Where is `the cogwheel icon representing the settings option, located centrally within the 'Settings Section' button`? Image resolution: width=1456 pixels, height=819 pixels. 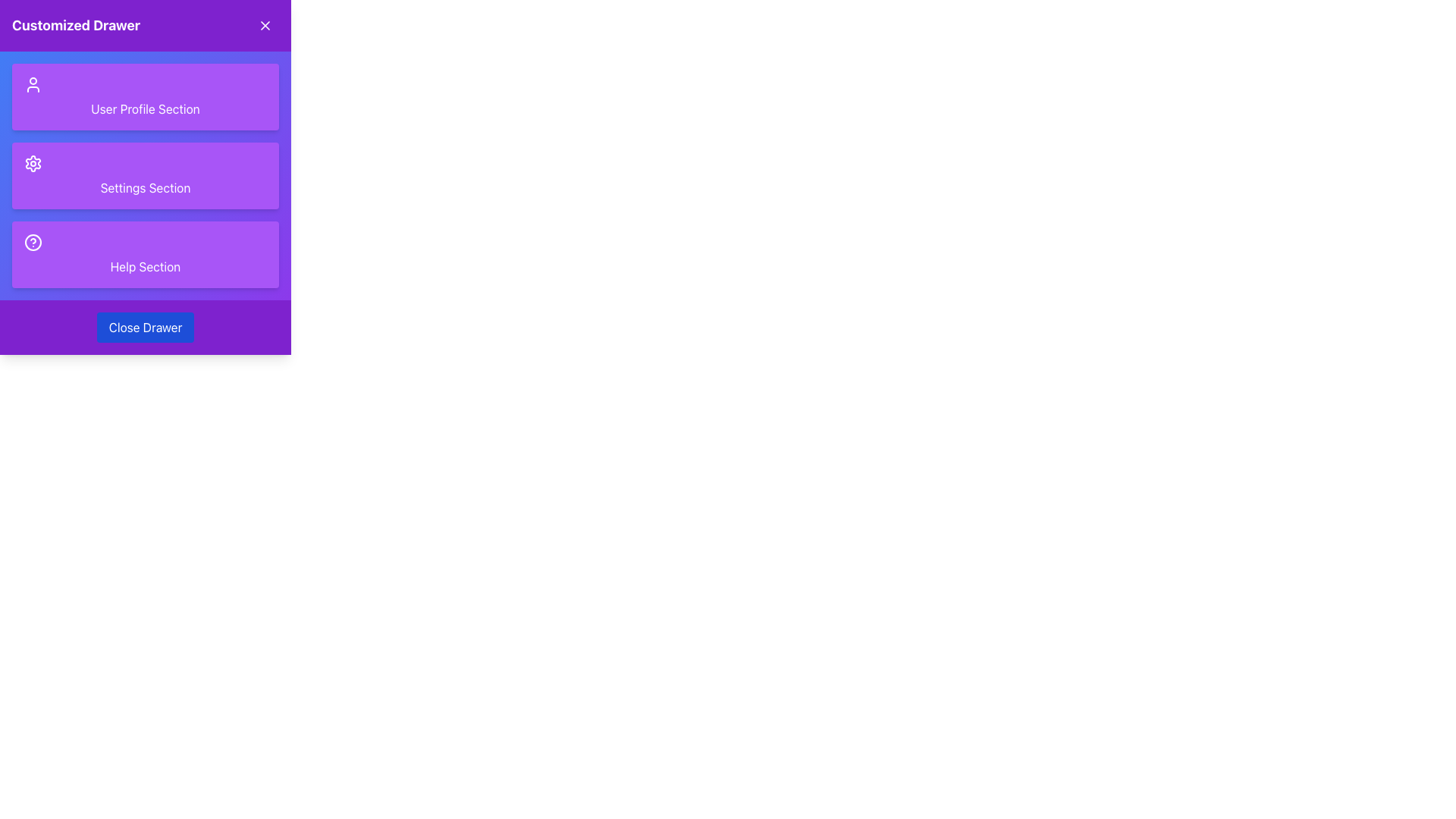
the cogwheel icon representing the settings option, located centrally within the 'Settings Section' button is located at coordinates (33, 164).